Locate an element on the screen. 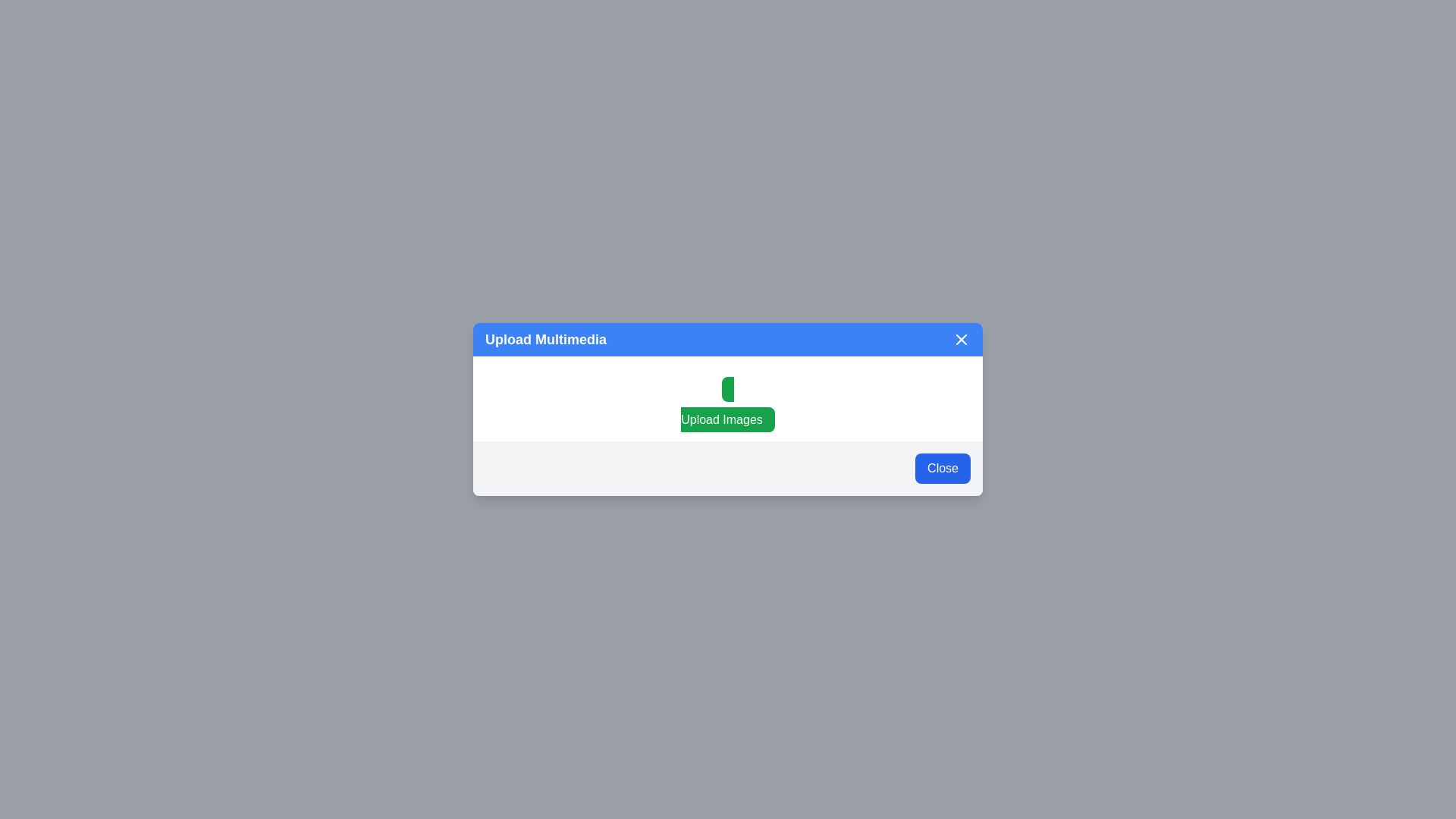 Image resolution: width=1456 pixels, height=819 pixels. the 'X' icon in the blue header area of the modal window is located at coordinates (960, 338).